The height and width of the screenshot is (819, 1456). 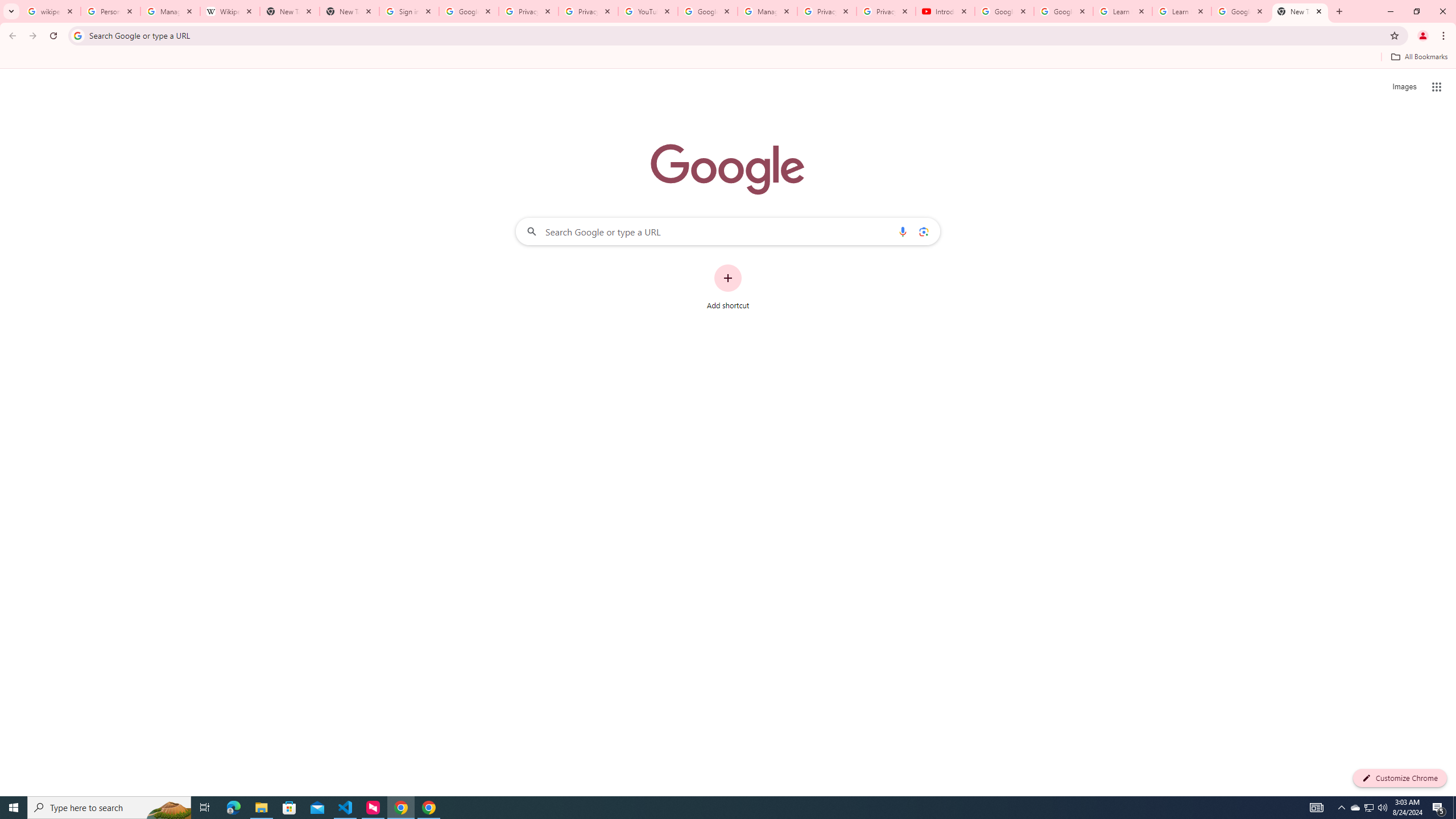 What do you see at coordinates (1393, 35) in the screenshot?
I see `'Bookmark this tab'` at bounding box center [1393, 35].